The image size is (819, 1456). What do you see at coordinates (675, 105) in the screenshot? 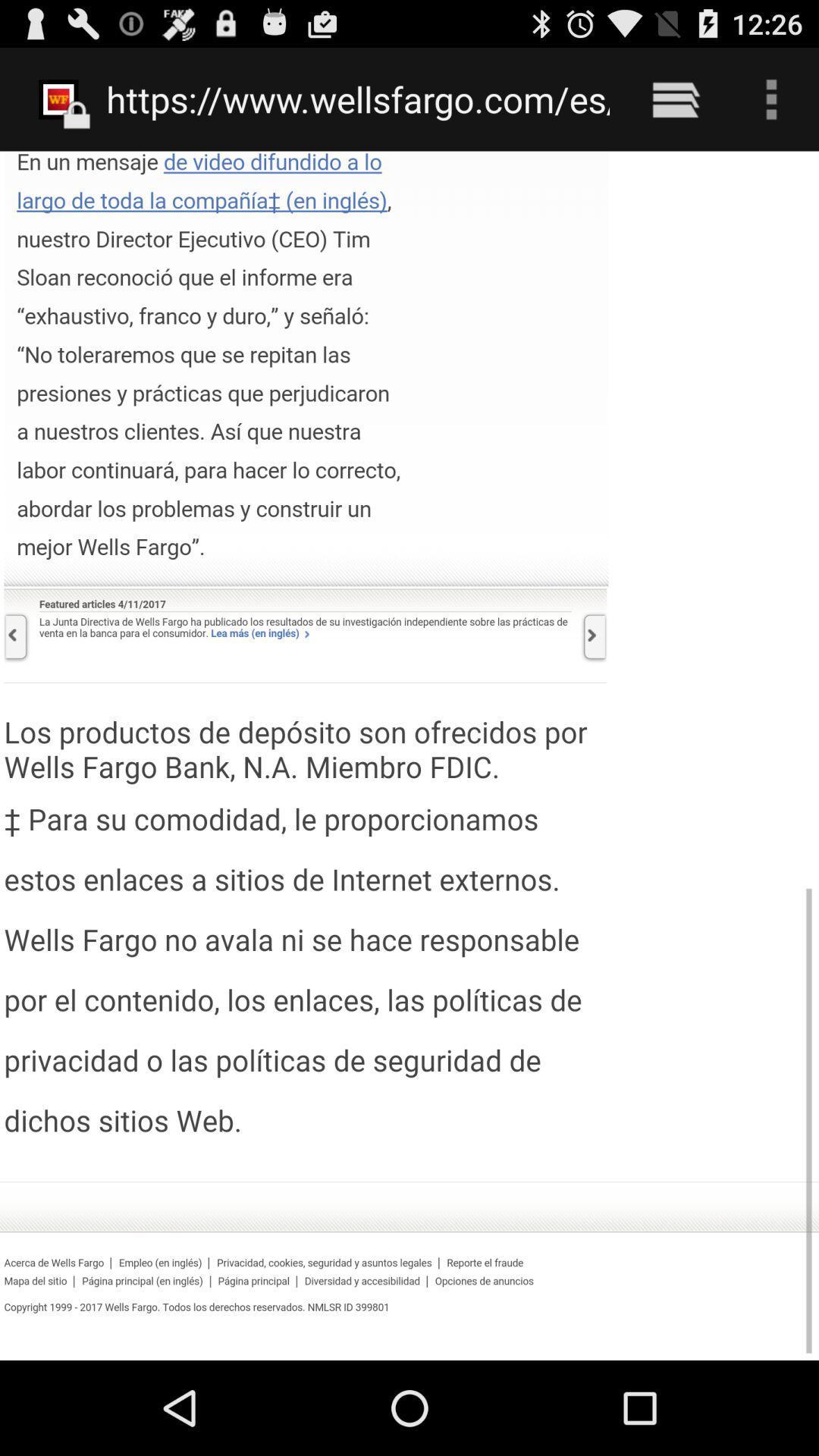
I see `the switcher icon` at bounding box center [675, 105].